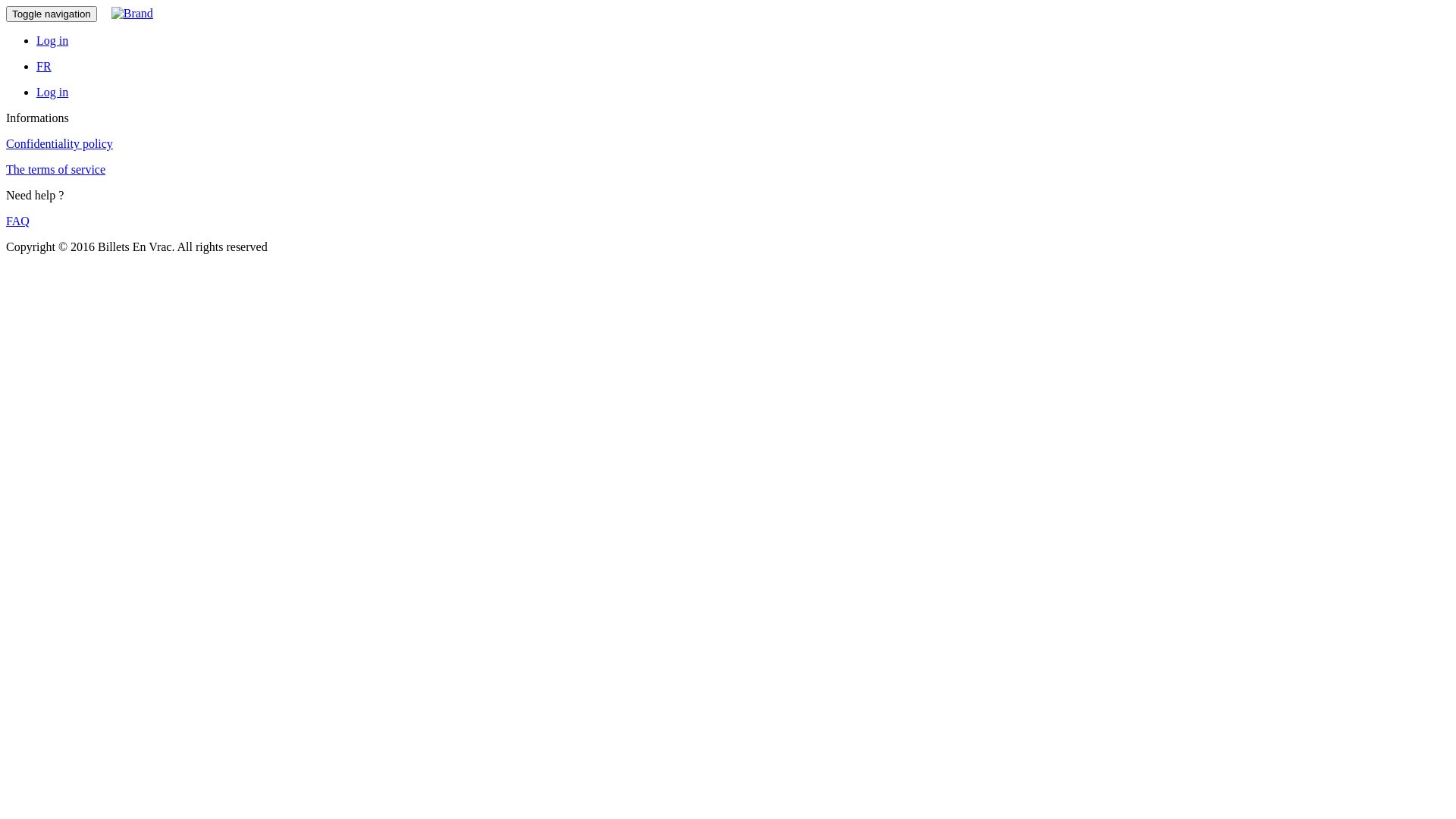 The height and width of the screenshot is (819, 1456). What do you see at coordinates (43, 65) in the screenshot?
I see `'FR'` at bounding box center [43, 65].